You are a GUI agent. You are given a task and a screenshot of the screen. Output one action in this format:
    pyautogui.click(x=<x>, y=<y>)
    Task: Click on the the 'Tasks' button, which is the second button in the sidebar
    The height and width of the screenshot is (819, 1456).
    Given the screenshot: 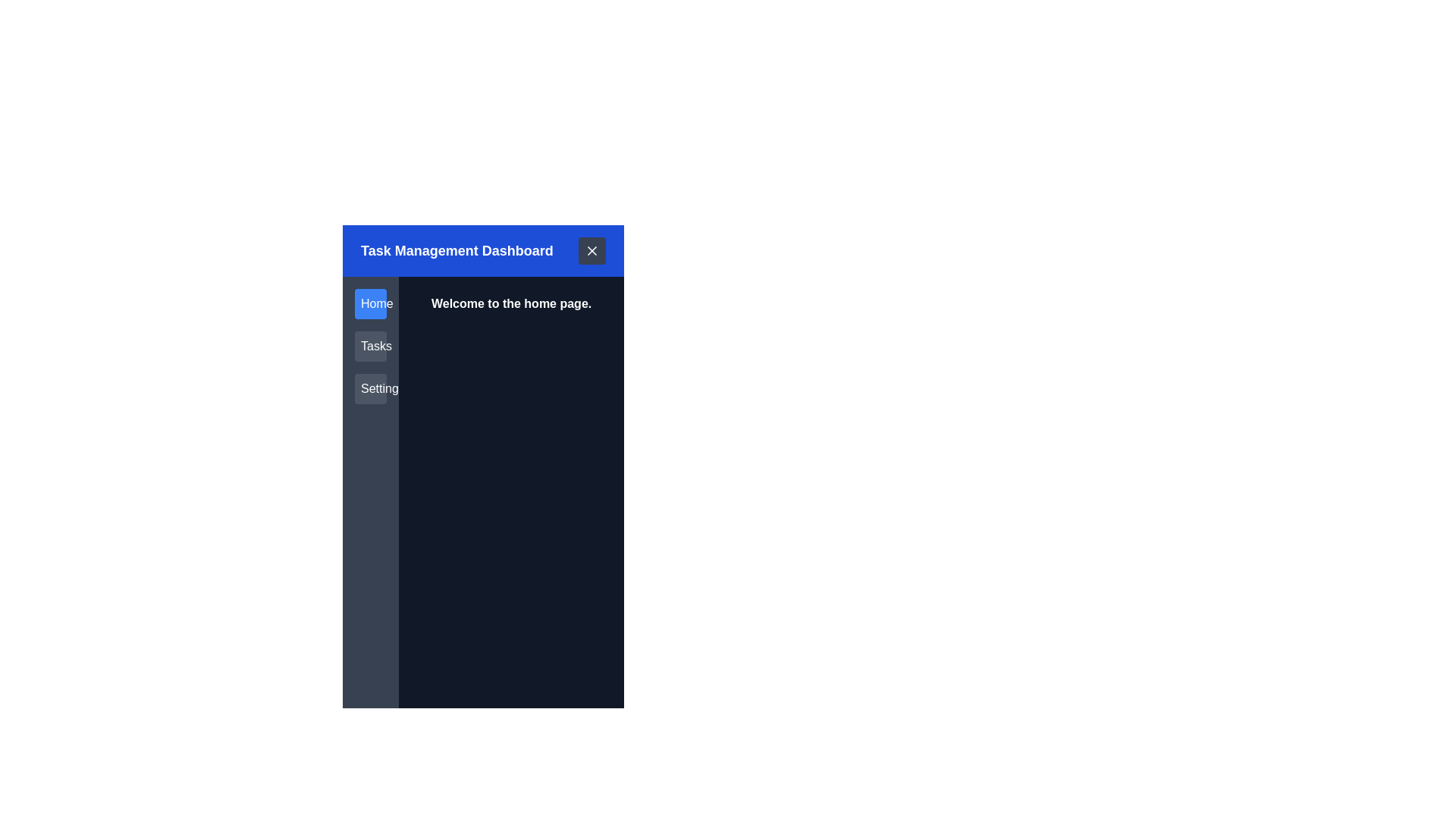 What is the action you would take?
    pyautogui.click(x=371, y=346)
    